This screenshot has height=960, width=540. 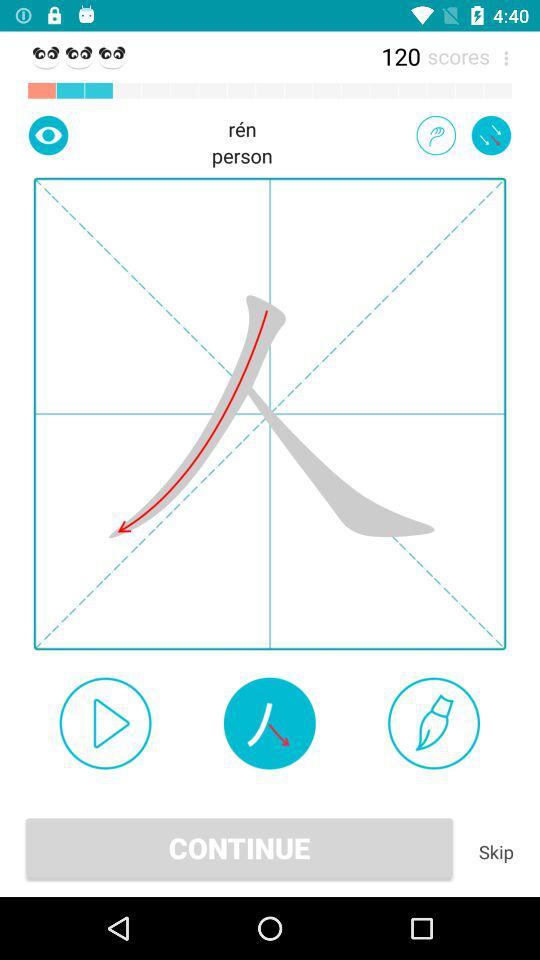 What do you see at coordinates (435, 134) in the screenshot?
I see `the item next to the person icon` at bounding box center [435, 134].